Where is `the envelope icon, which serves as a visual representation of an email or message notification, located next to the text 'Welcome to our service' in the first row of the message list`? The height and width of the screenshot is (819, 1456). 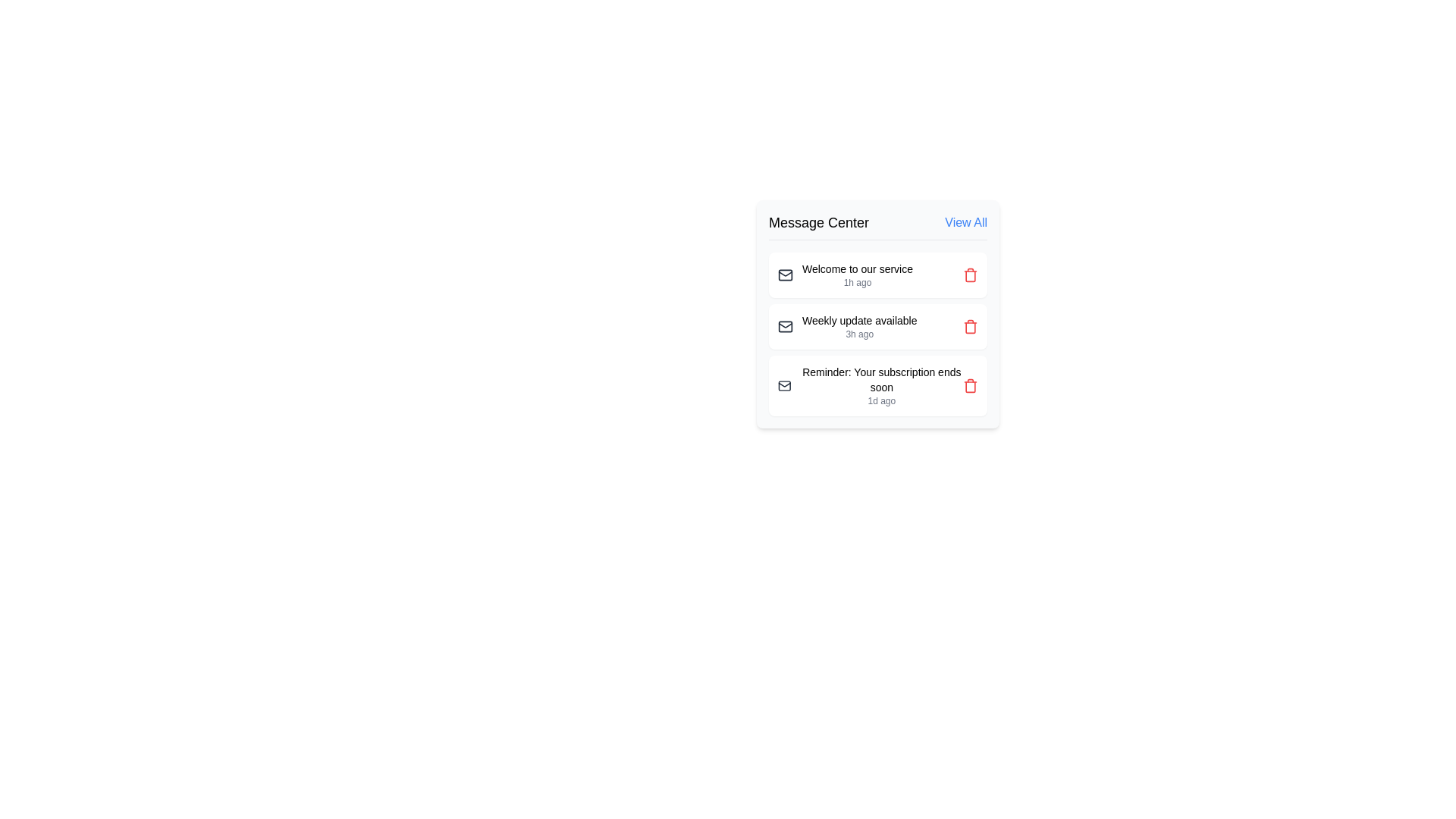 the envelope icon, which serves as a visual representation of an email or message notification, located next to the text 'Welcome to our service' in the first row of the message list is located at coordinates (786, 275).